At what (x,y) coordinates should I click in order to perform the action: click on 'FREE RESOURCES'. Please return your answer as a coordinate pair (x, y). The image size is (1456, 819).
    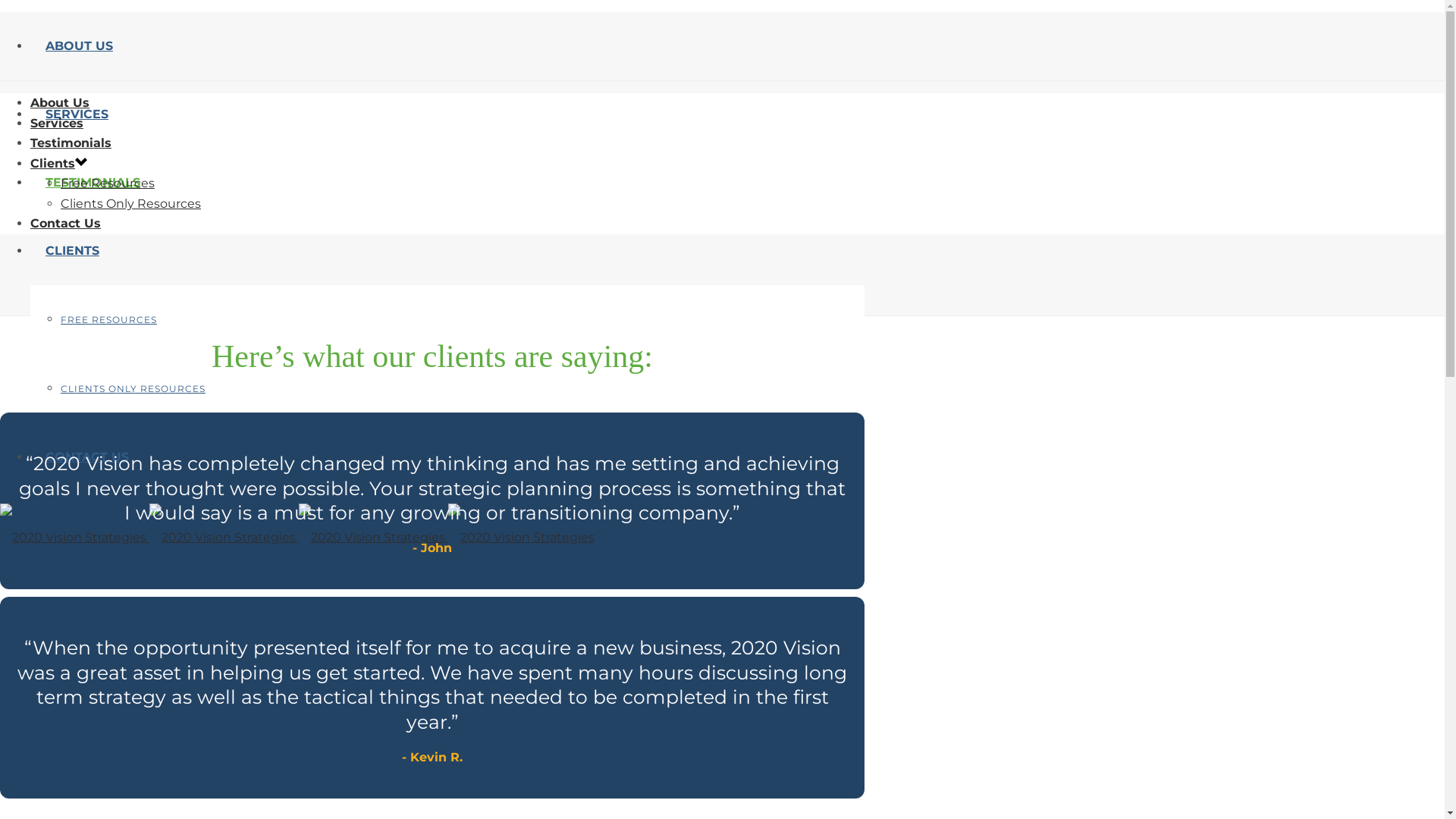
    Looking at the image, I should click on (108, 318).